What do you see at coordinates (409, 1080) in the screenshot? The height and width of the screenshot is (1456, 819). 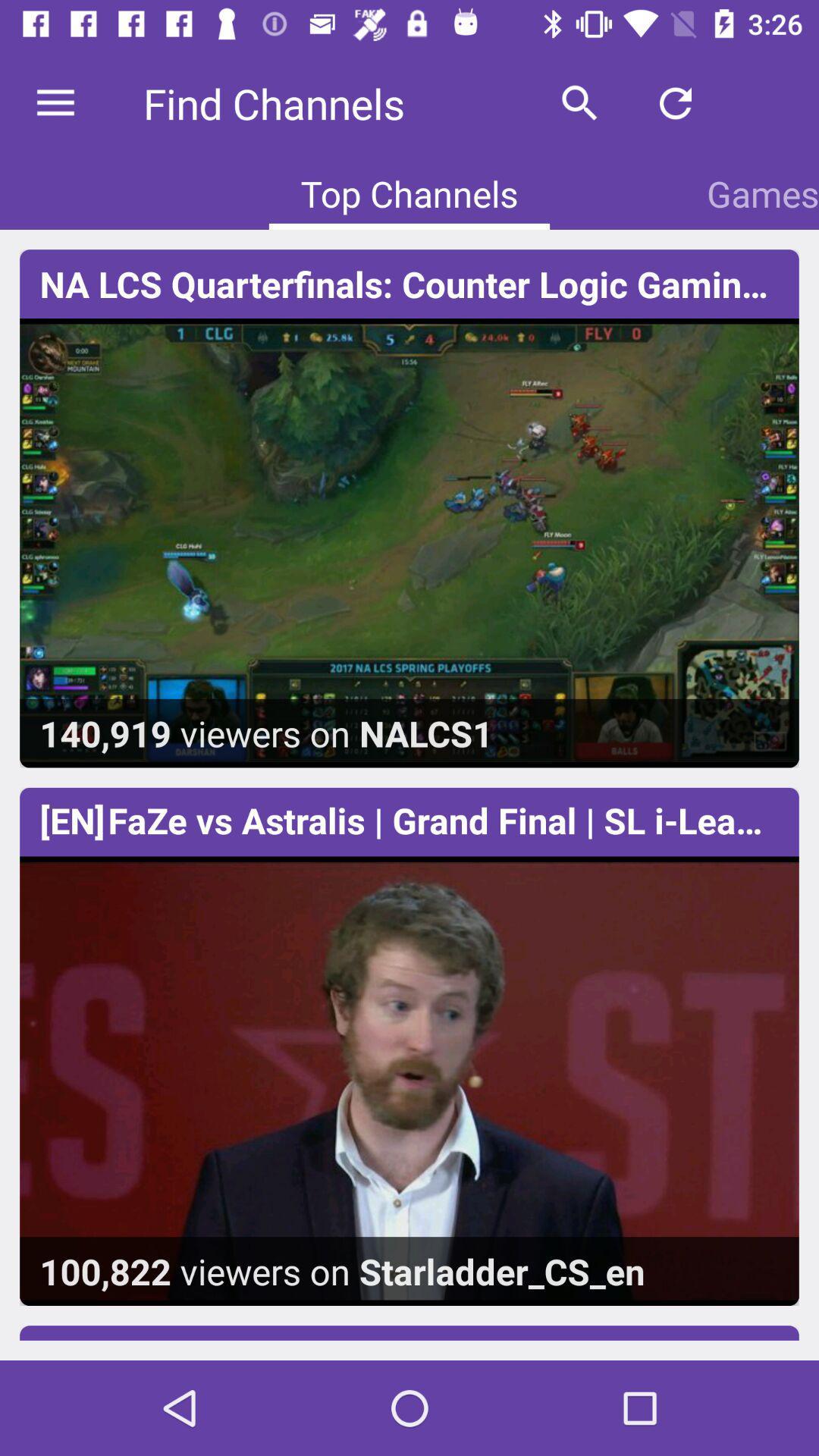 I see `second image along with text below` at bounding box center [409, 1080].